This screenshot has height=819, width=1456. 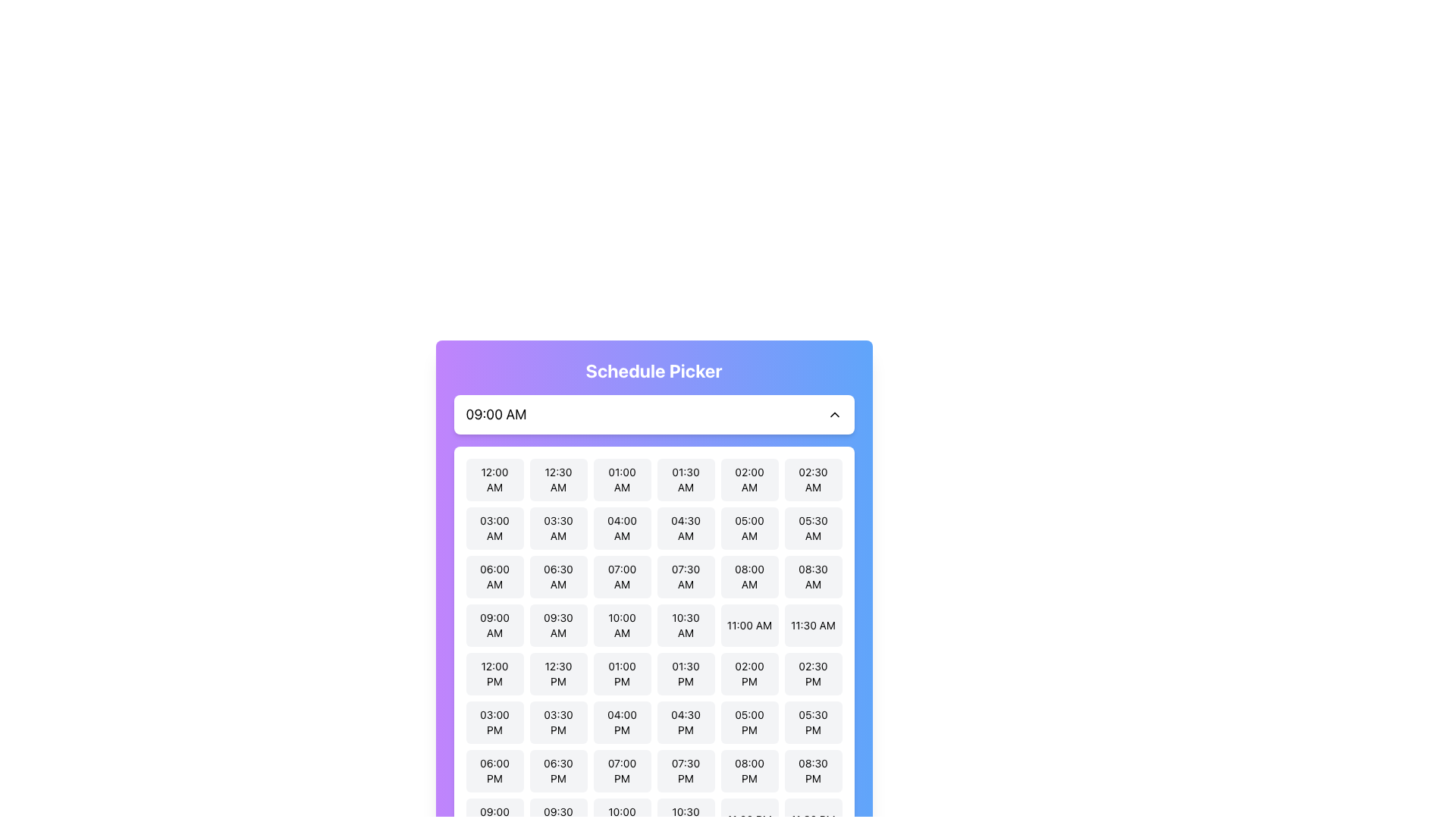 I want to click on the selectable time slot button for '09:30 AM' located in the fifth row and second column of a grid layout, so click(x=557, y=626).